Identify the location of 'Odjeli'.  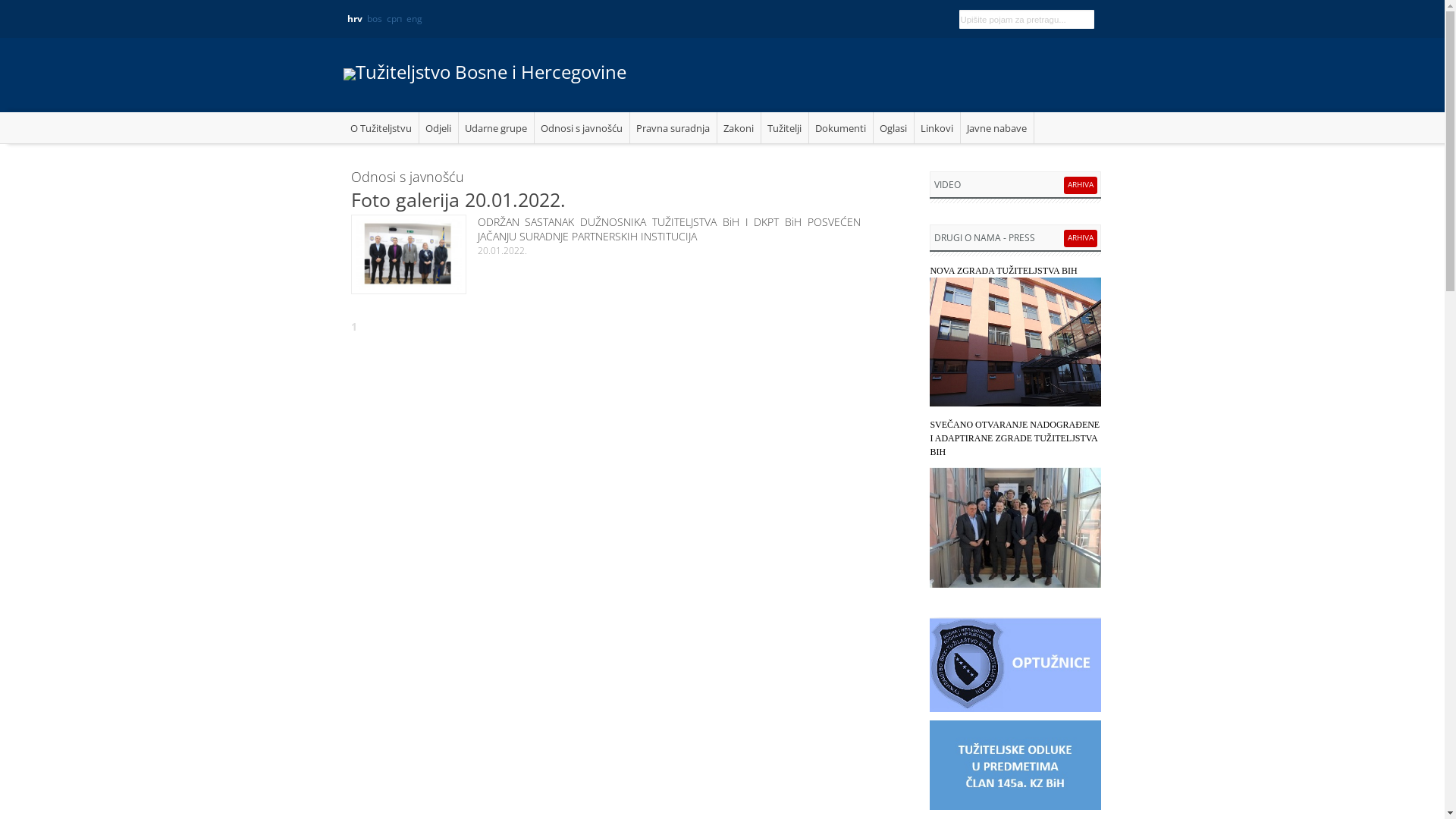
(437, 127).